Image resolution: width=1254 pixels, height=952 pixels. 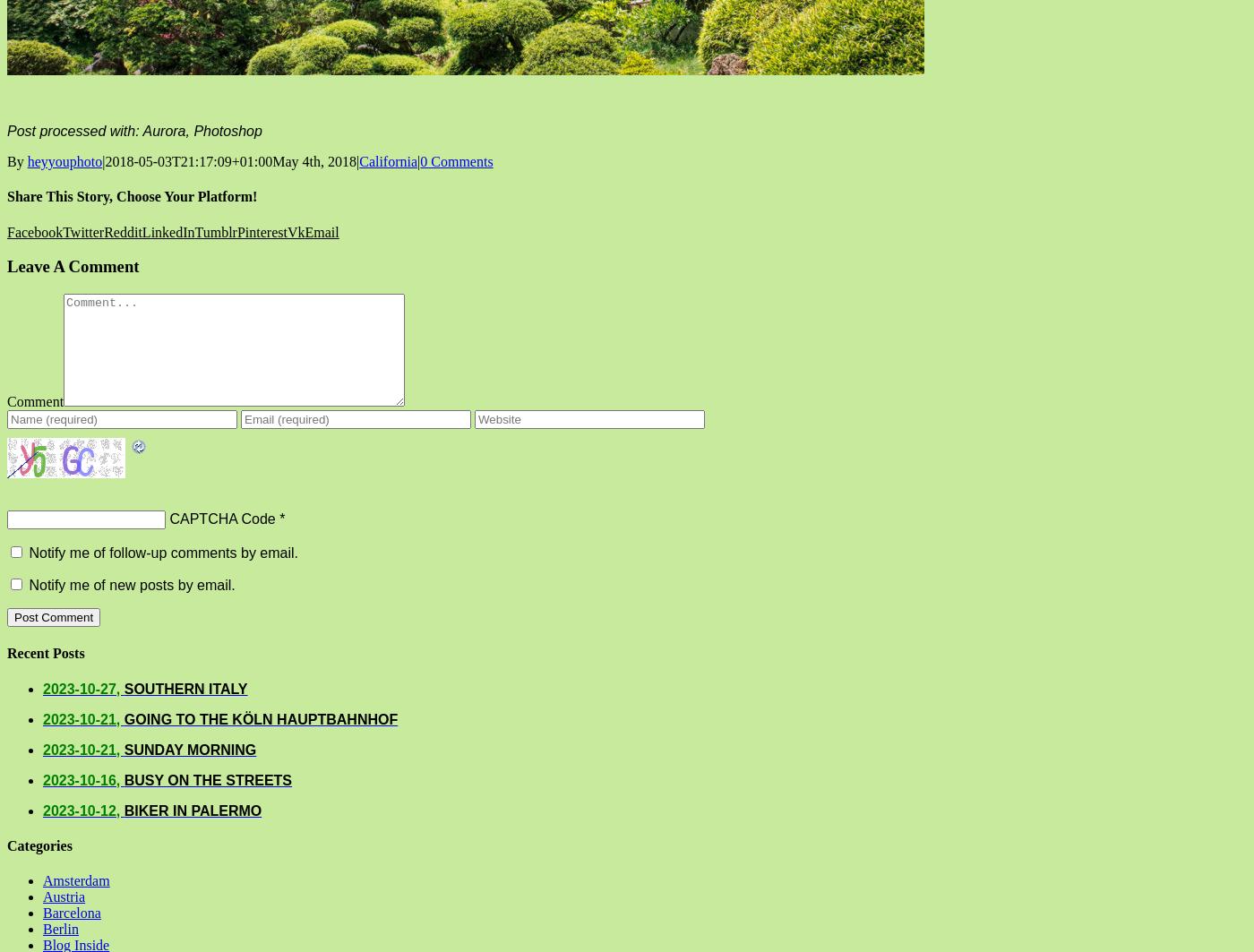 I want to click on 'California', so click(x=388, y=161).